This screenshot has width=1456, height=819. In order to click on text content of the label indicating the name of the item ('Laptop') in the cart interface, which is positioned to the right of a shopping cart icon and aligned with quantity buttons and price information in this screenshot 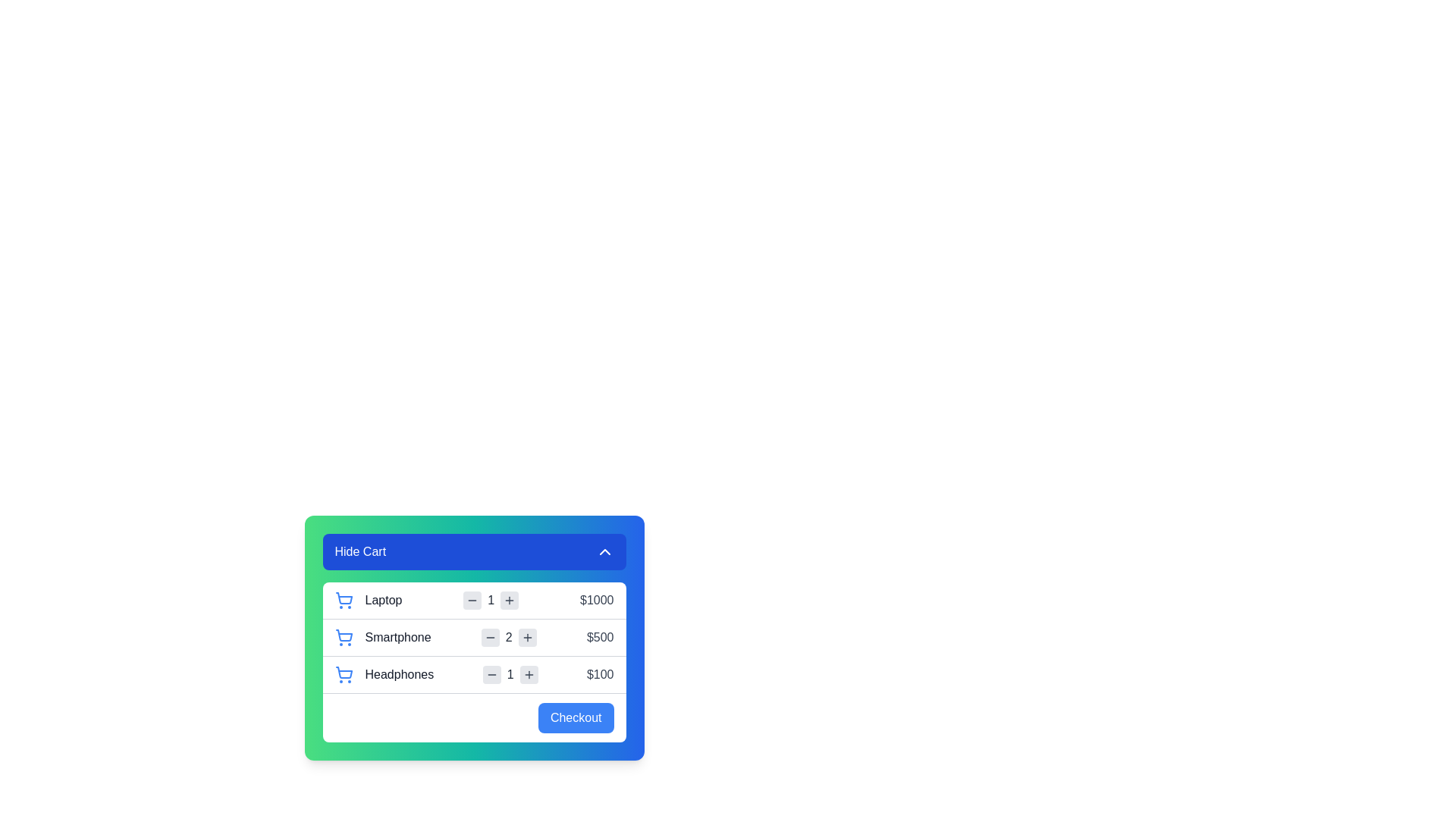, I will do `click(368, 599)`.